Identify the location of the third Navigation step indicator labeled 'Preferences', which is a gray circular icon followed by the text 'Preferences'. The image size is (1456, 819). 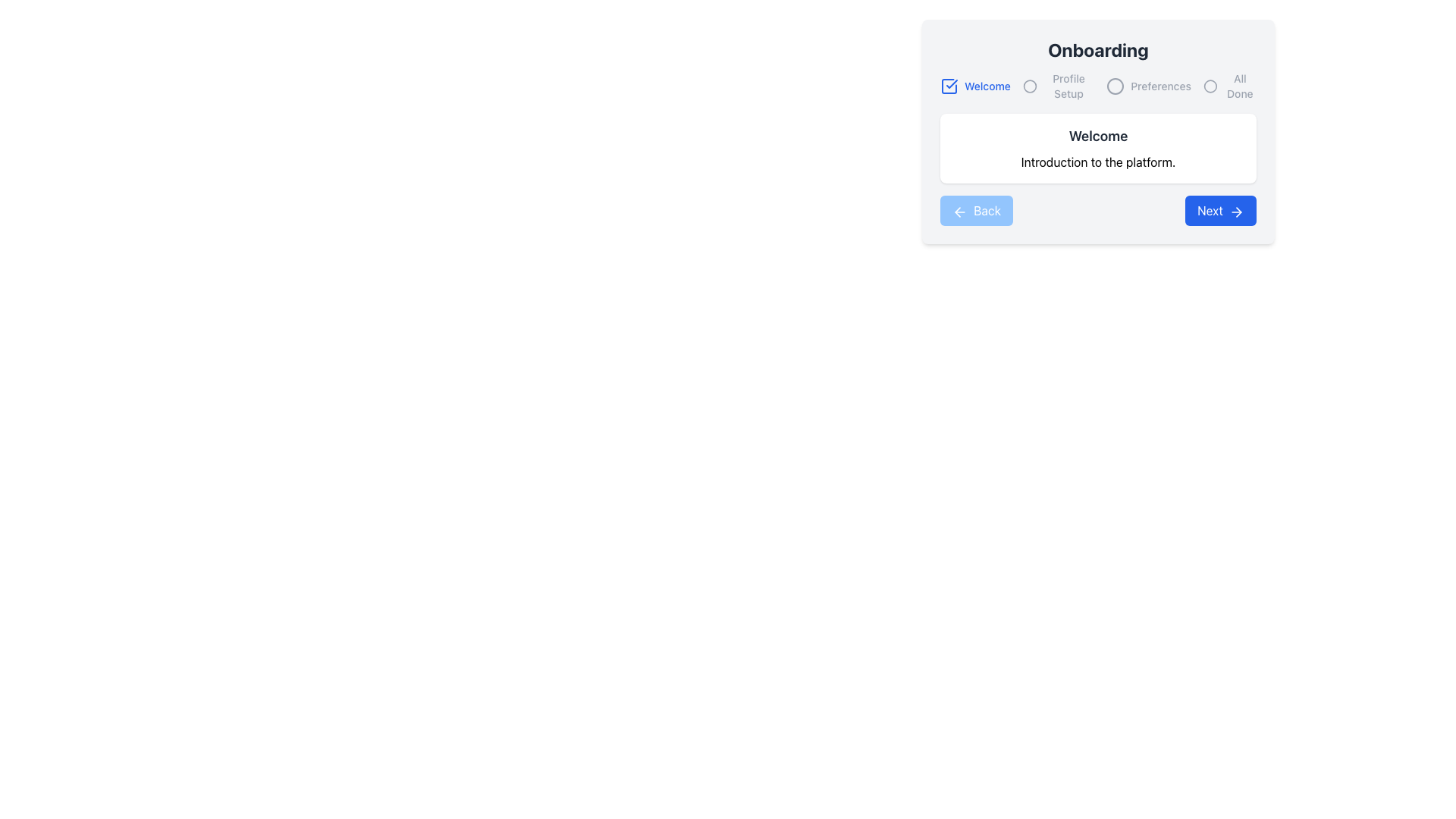
(1149, 86).